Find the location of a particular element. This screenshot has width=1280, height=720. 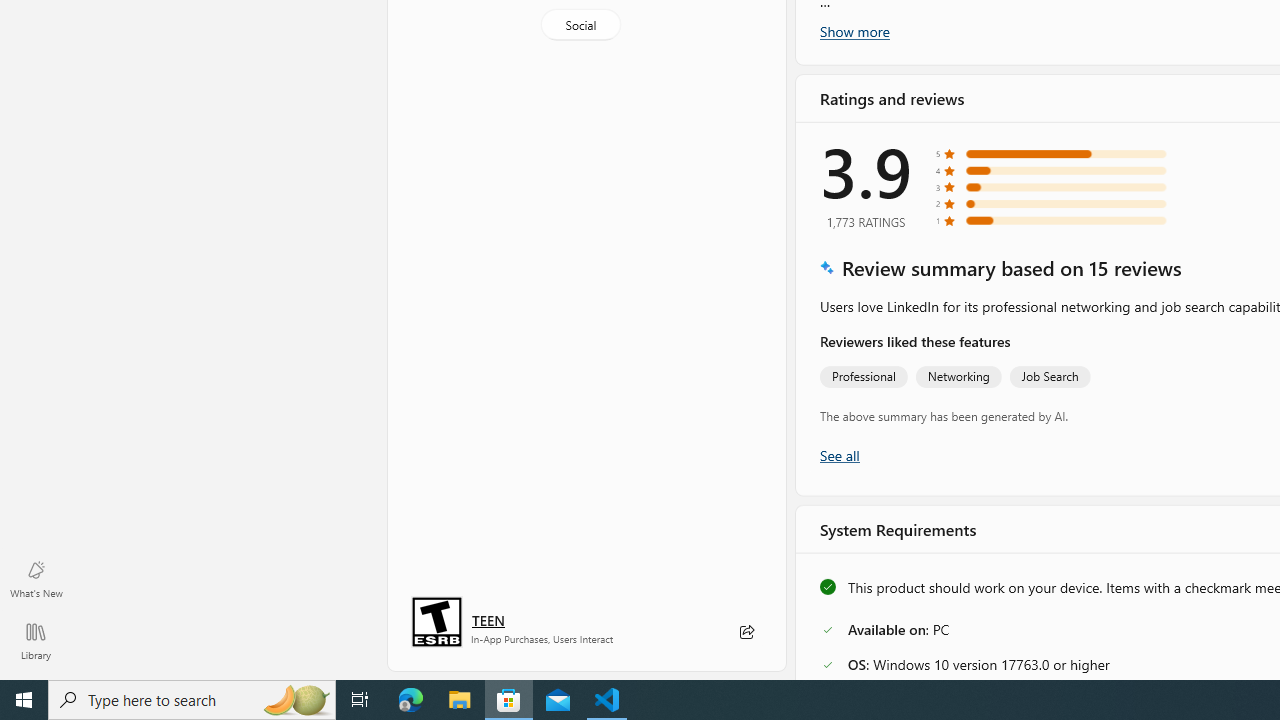

'Show all ratings and reviews' is located at coordinates (839, 454).